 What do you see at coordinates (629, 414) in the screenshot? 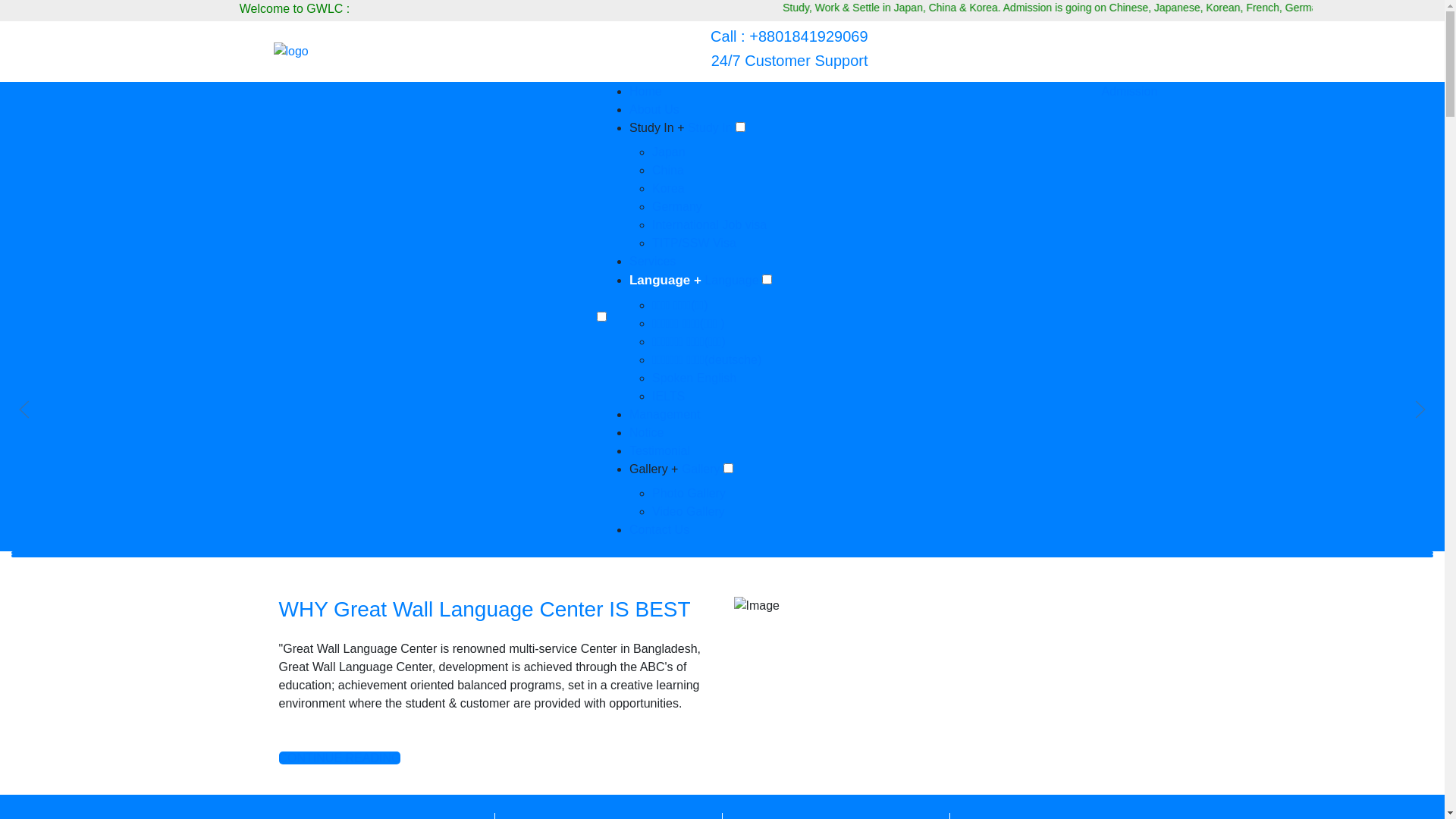
I see `'Management'` at bounding box center [629, 414].